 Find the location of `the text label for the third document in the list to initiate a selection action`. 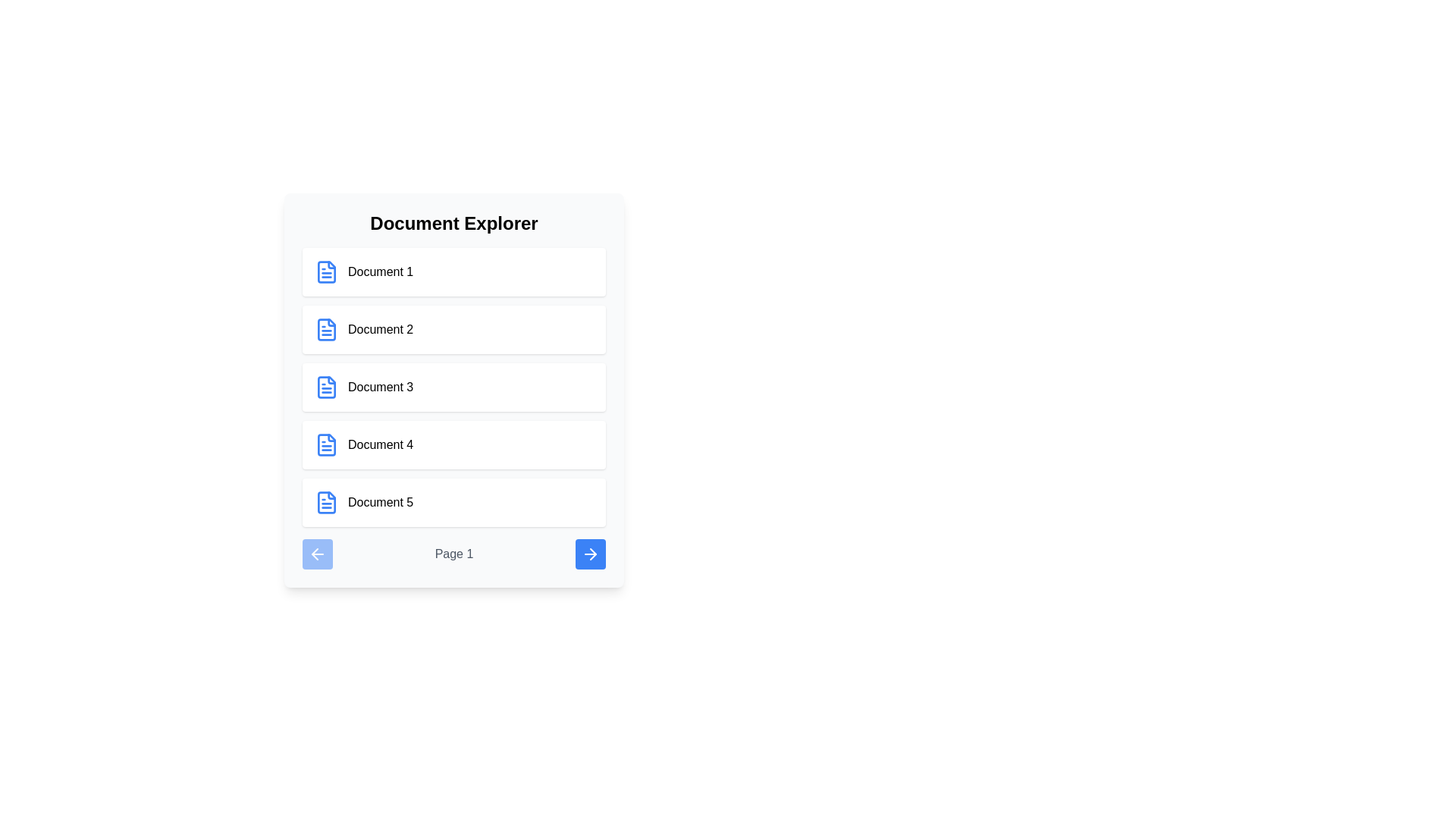

the text label for the third document in the list to initiate a selection action is located at coordinates (381, 386).